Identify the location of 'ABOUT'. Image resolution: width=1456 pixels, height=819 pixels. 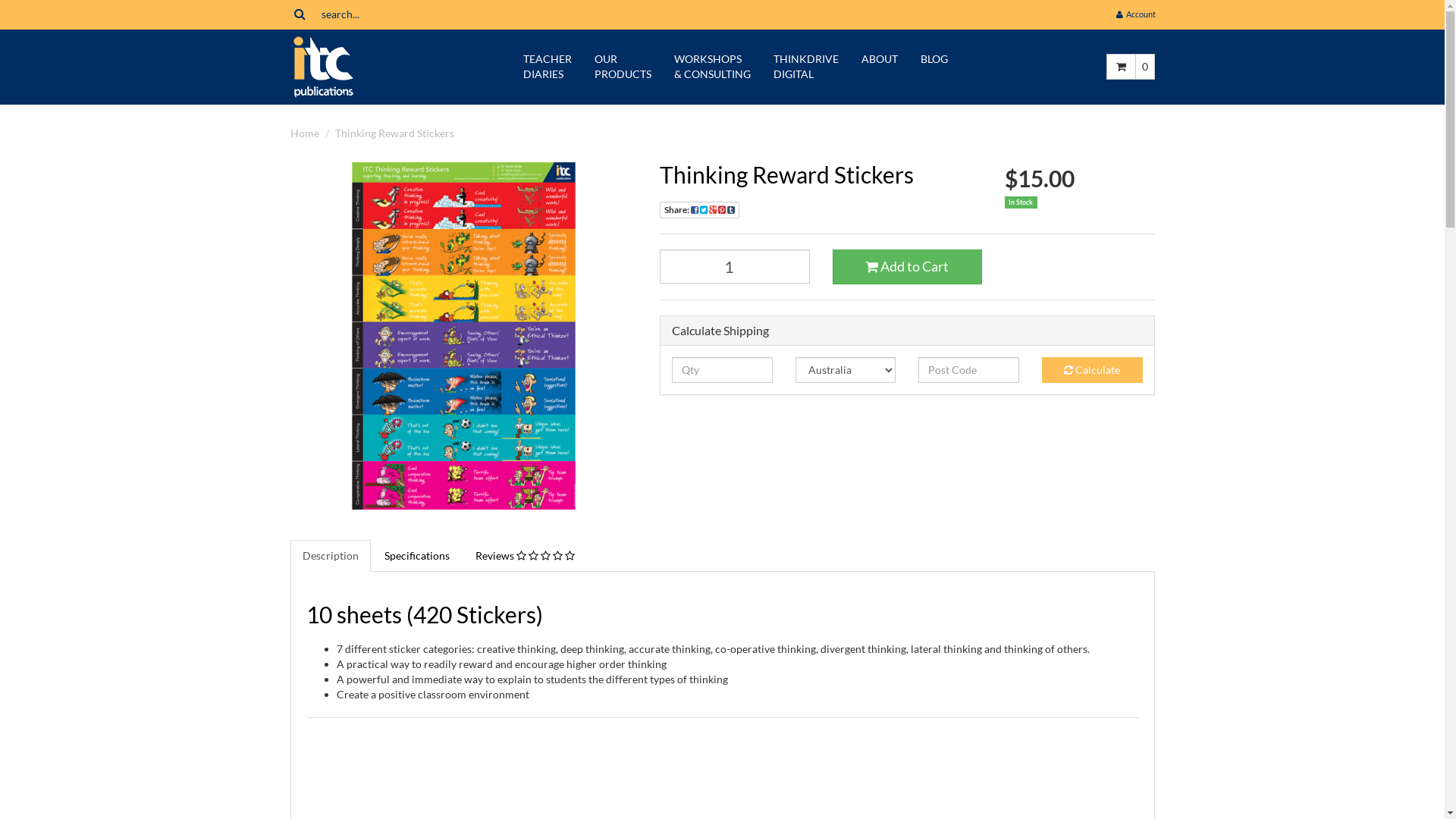
(880, 58).